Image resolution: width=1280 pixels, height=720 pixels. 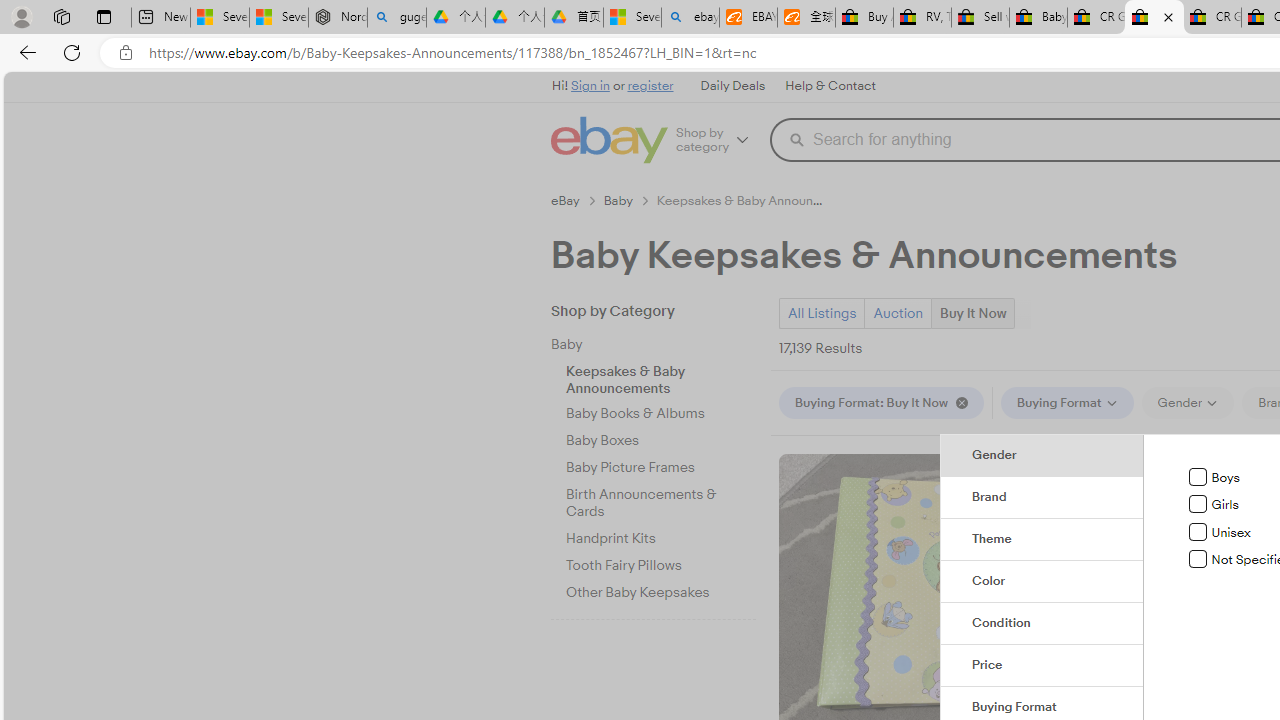 What do you see at coordinates (396, 17) in the screenshot?
I see `'guge yunpan - Search'` at bounding box center [396, 17].